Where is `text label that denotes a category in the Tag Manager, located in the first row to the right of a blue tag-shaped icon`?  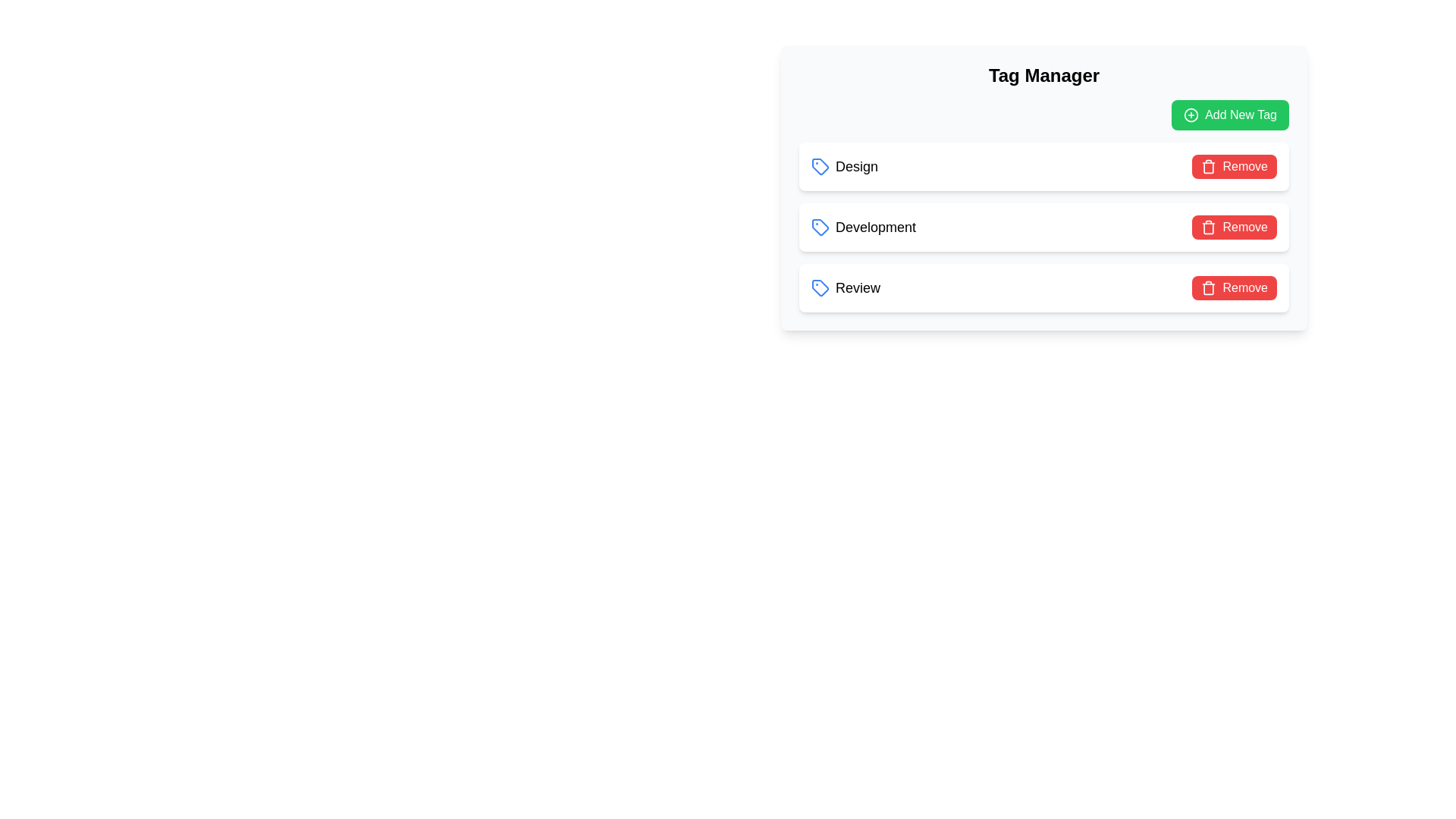
text label that denotes a category in the Tag Manager, located in the first row to the right of a blue tag-shaped icon is located at coordinates (857, 166).